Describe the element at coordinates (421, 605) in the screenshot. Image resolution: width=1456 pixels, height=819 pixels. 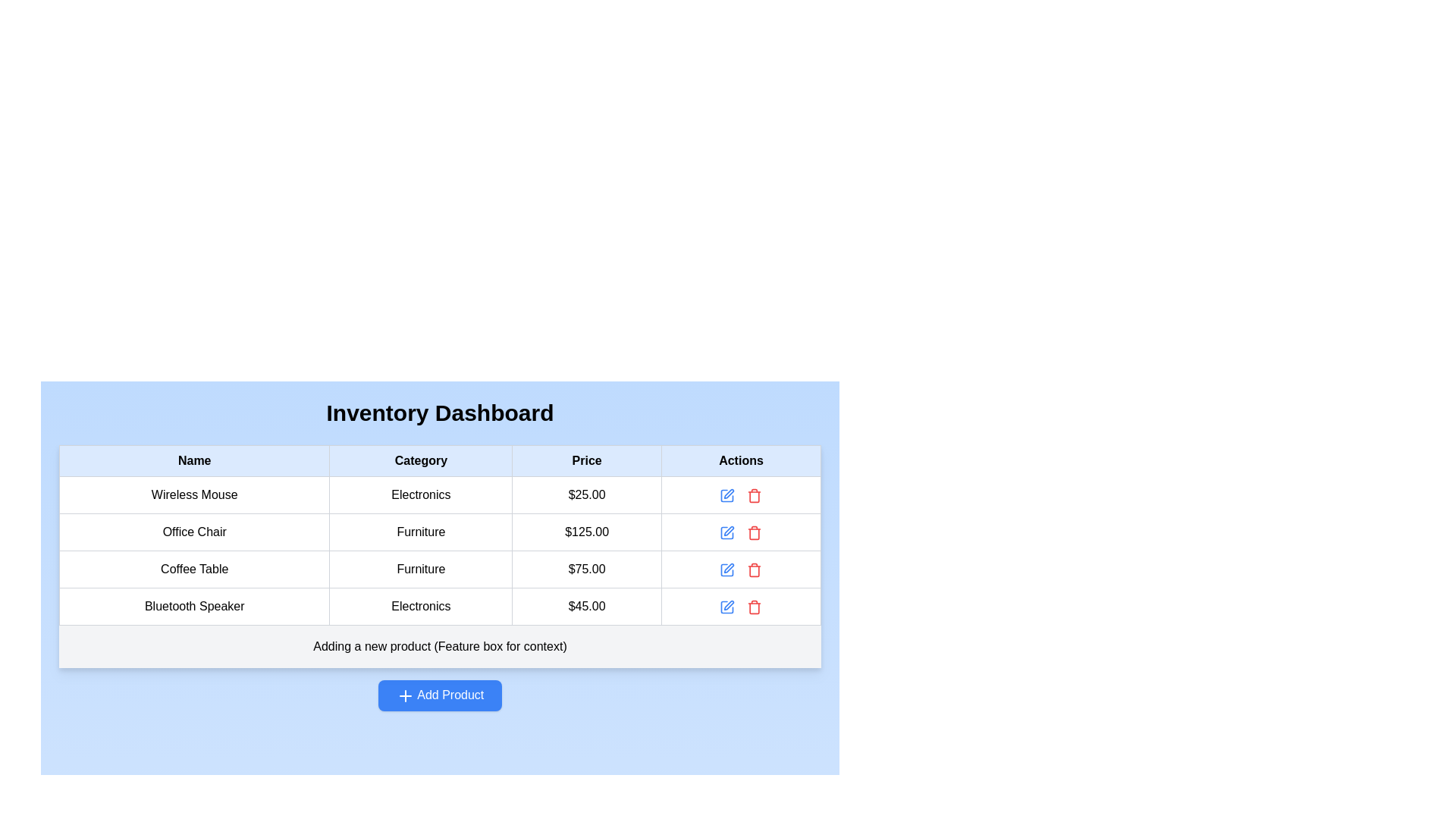
I see `the Text Label that represents the category 'Electronics' for the 'Bluetooth Speaker' item in the inventory table, located in the last row of the 'Category' column` at that location.